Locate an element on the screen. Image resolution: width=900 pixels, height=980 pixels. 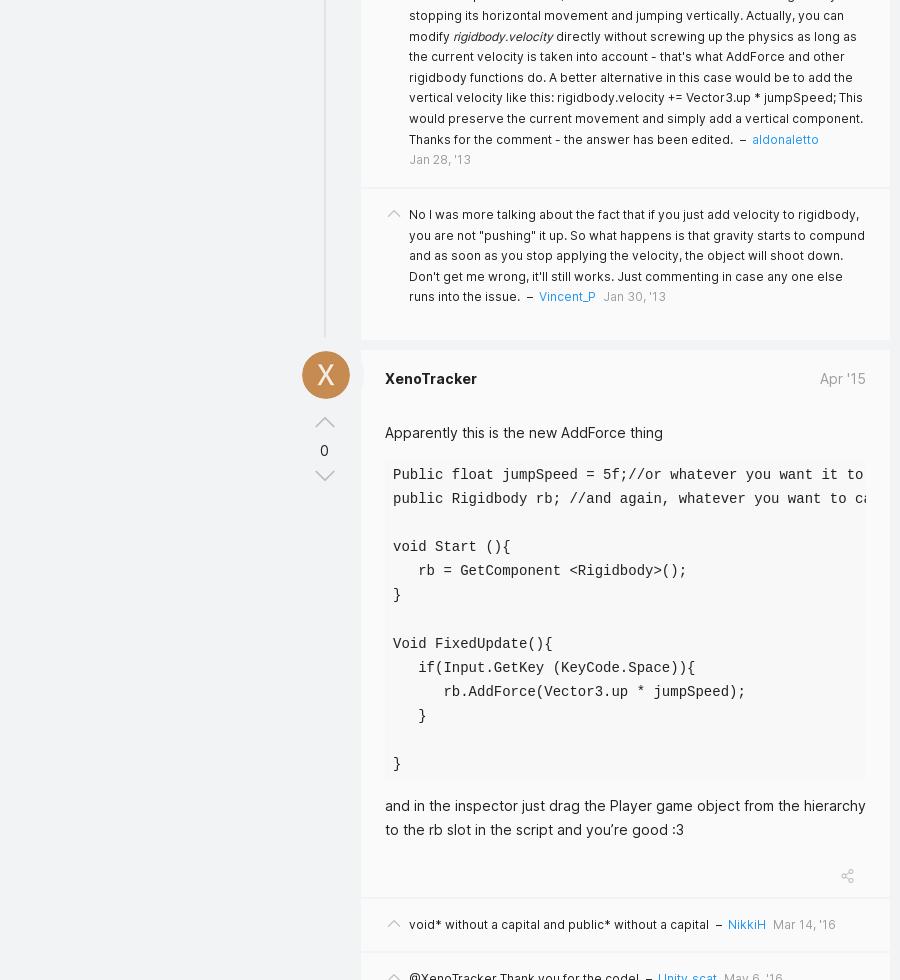
'and in the inspector just drag the Player game object from the hierarchy to the rb slot in the script and you’re good :3' is located at coordinates (625, 817).